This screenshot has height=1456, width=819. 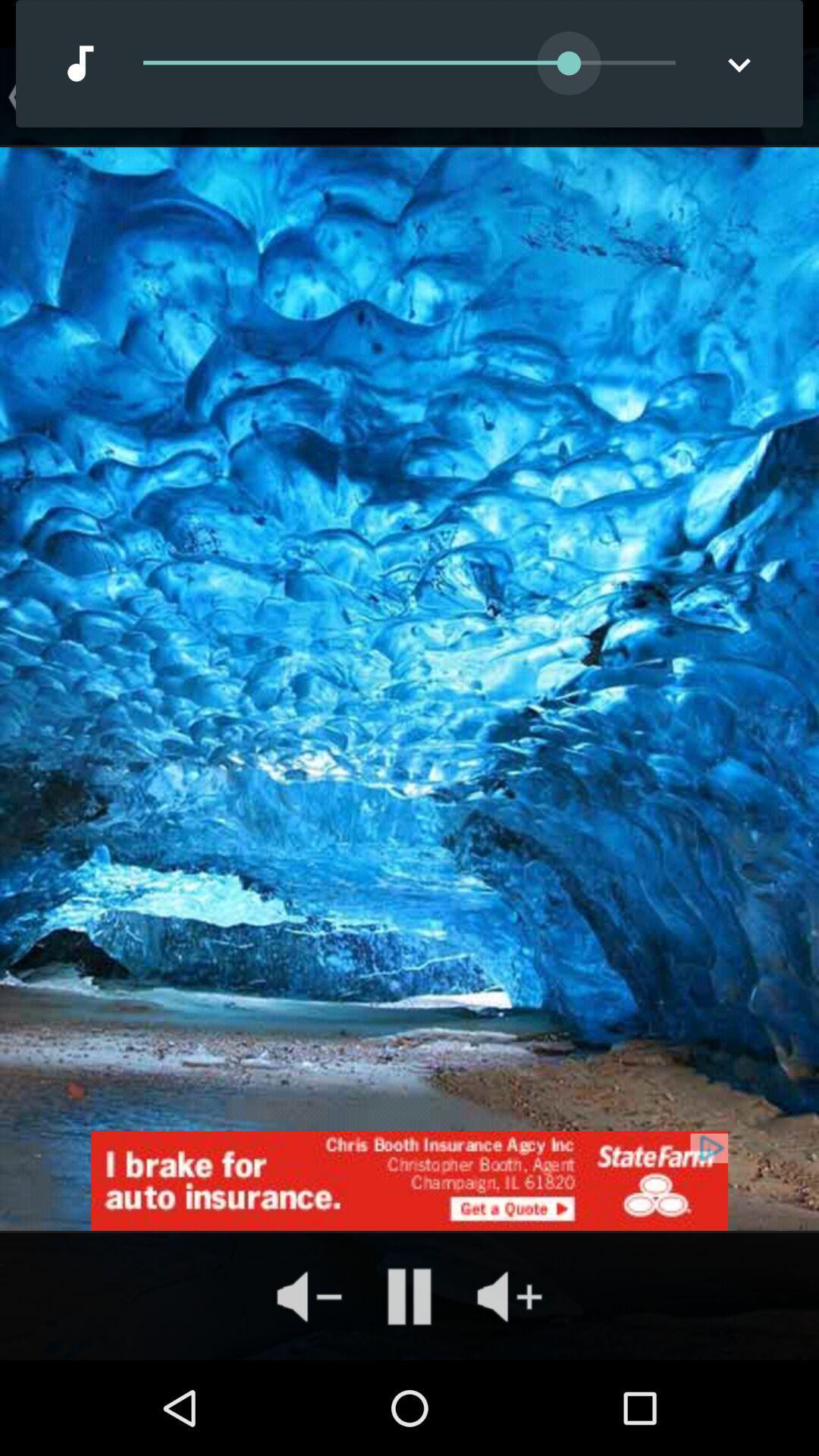 I want to click on the pause icon, so click(x=409, y=1295).